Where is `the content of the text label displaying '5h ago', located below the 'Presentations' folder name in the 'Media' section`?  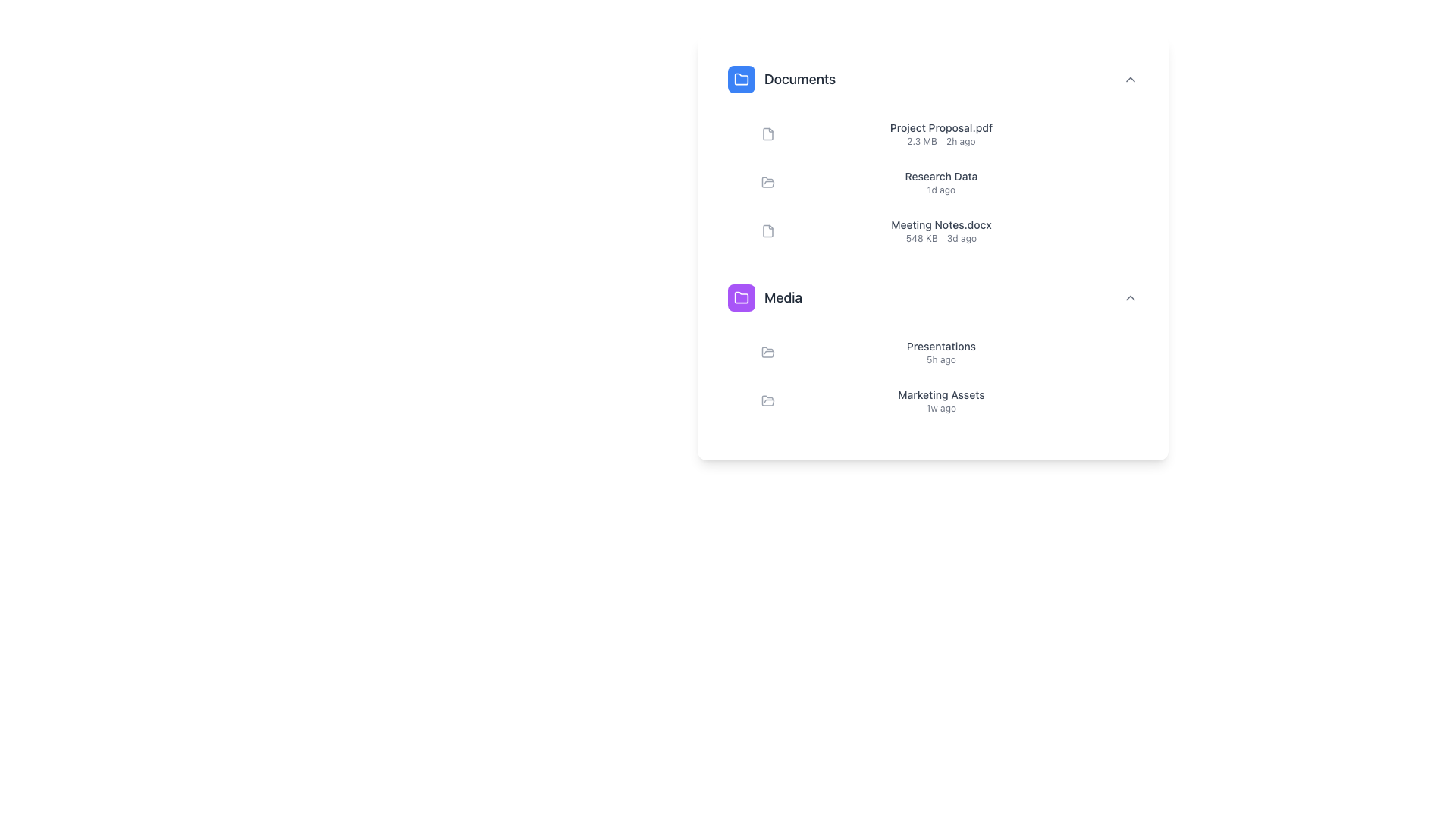 the content of the text label displaying '5h ago', located below the 'Presentations' folder name in the 'Media' section is located at coordinates (940, 359).